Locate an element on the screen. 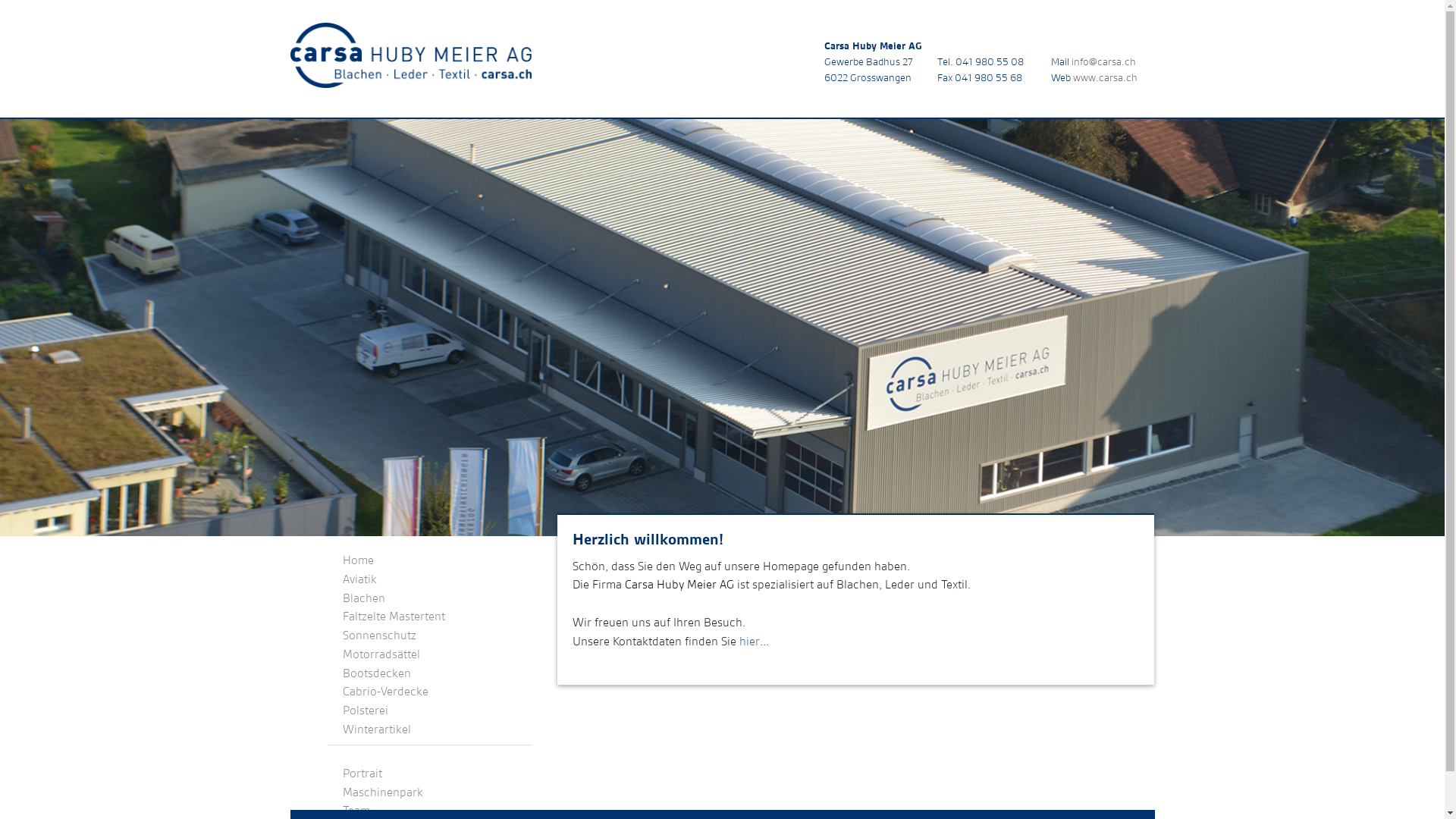 This screenshot has height=819, width=1456. 'Bootsdecken' is located at coordinates (377, 672).